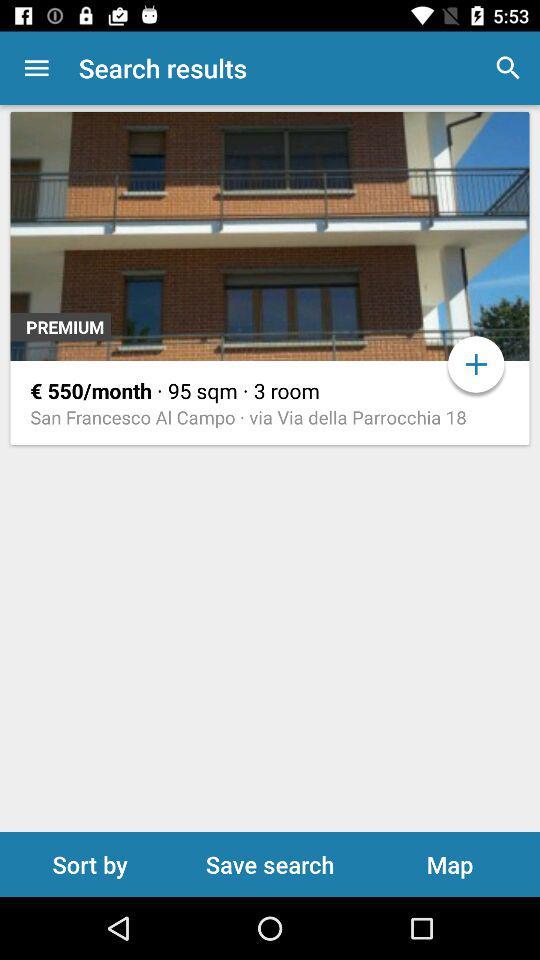 This screenshot has height=960, width=540. I want to click on icon next to the map, so click(270, 863).